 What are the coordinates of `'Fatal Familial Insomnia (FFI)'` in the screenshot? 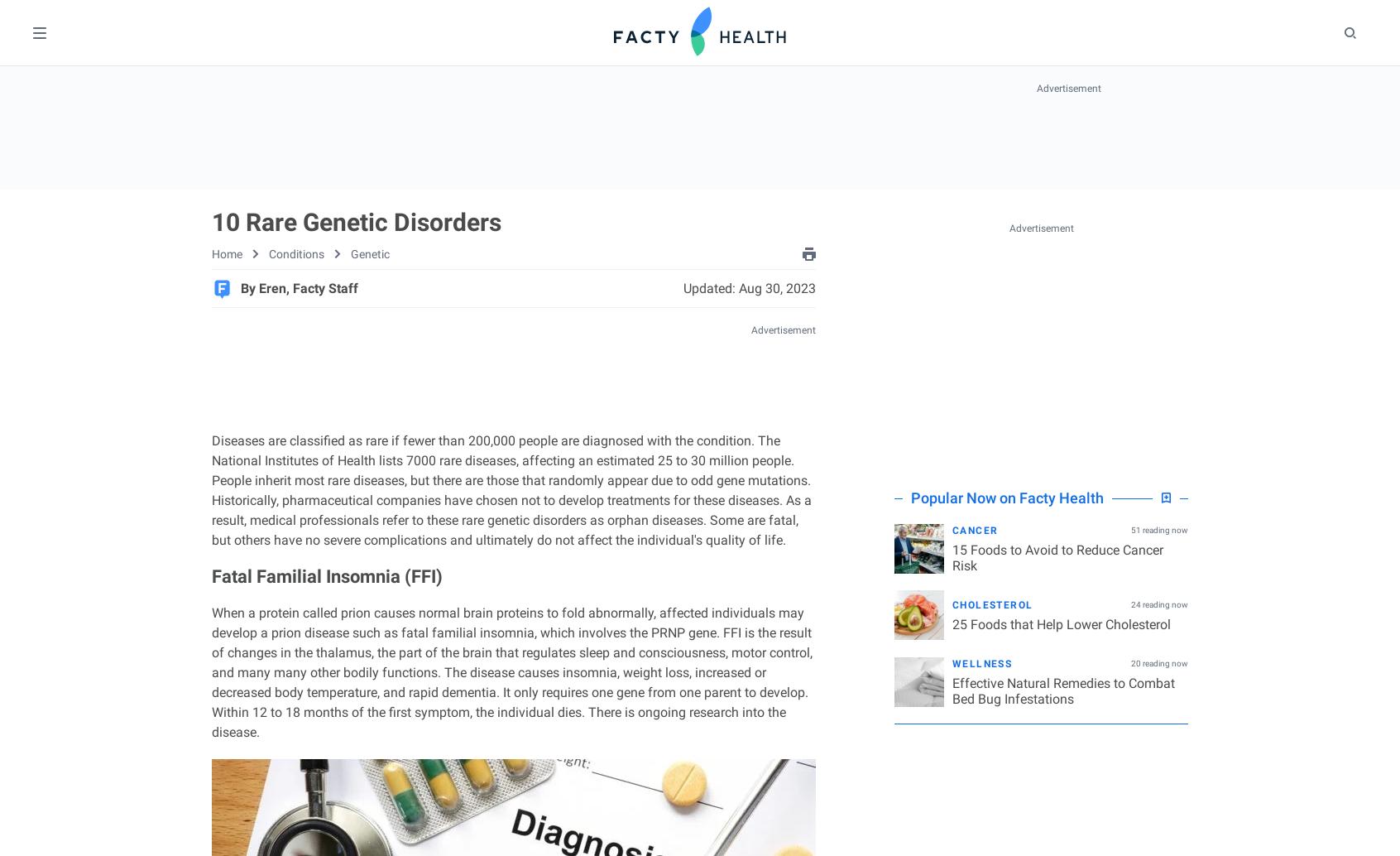 It's located at (327, 576).